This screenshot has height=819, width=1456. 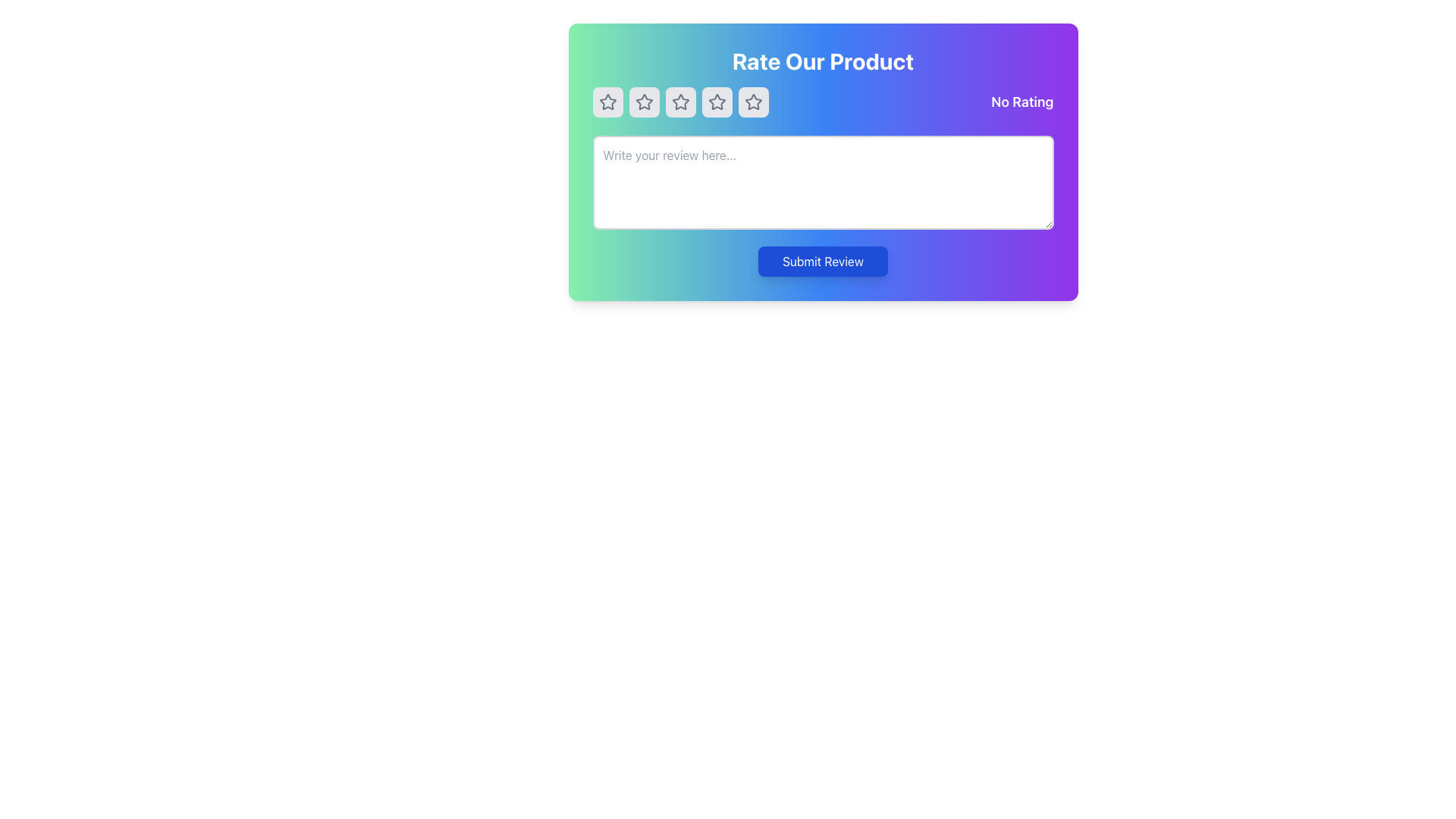 I want to click on the third star icon in the 'Rate Our Product' section, so click(x=679, y=102).